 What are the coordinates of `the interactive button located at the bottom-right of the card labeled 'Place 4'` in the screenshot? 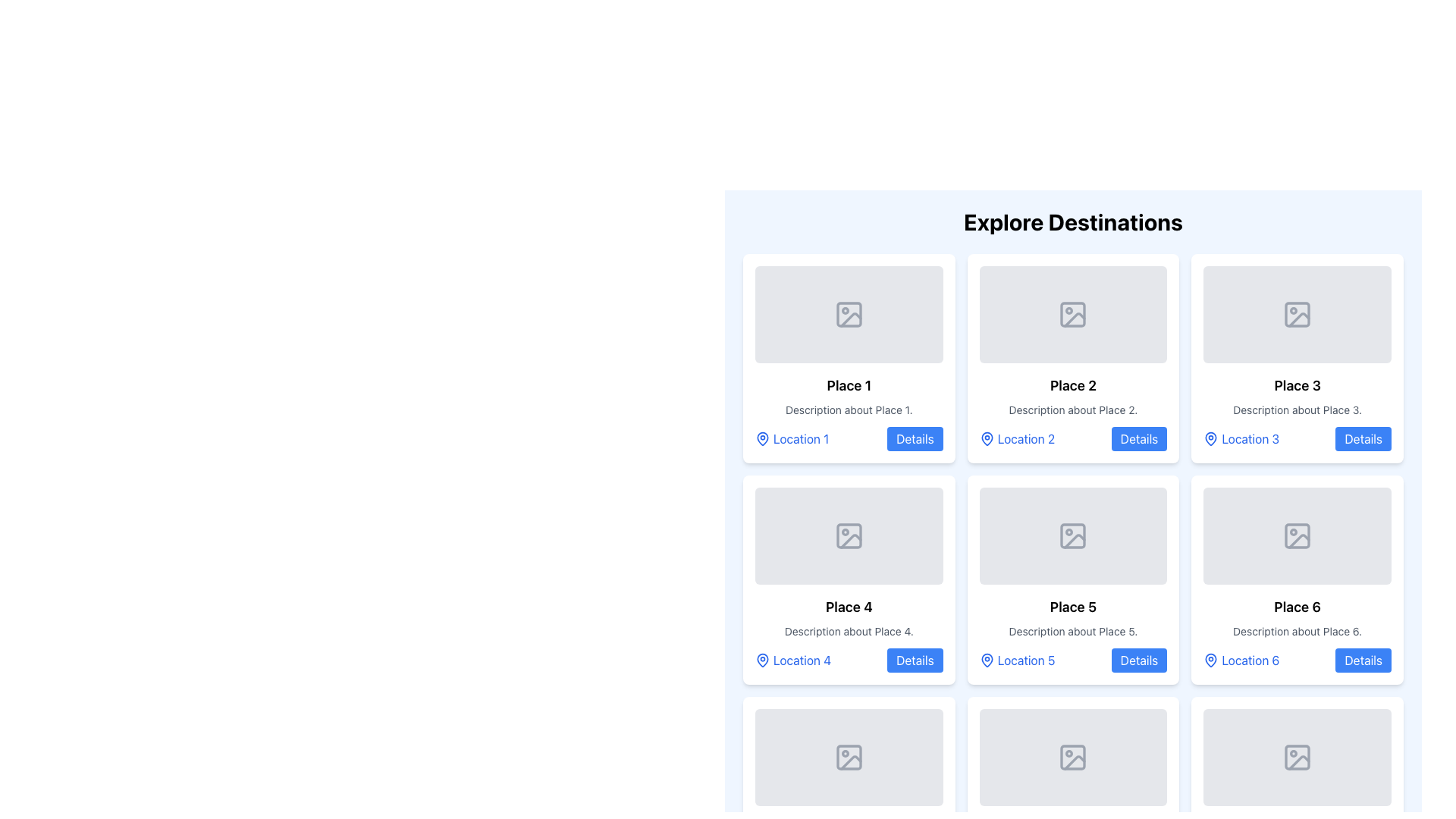 It's located at (914, 660).